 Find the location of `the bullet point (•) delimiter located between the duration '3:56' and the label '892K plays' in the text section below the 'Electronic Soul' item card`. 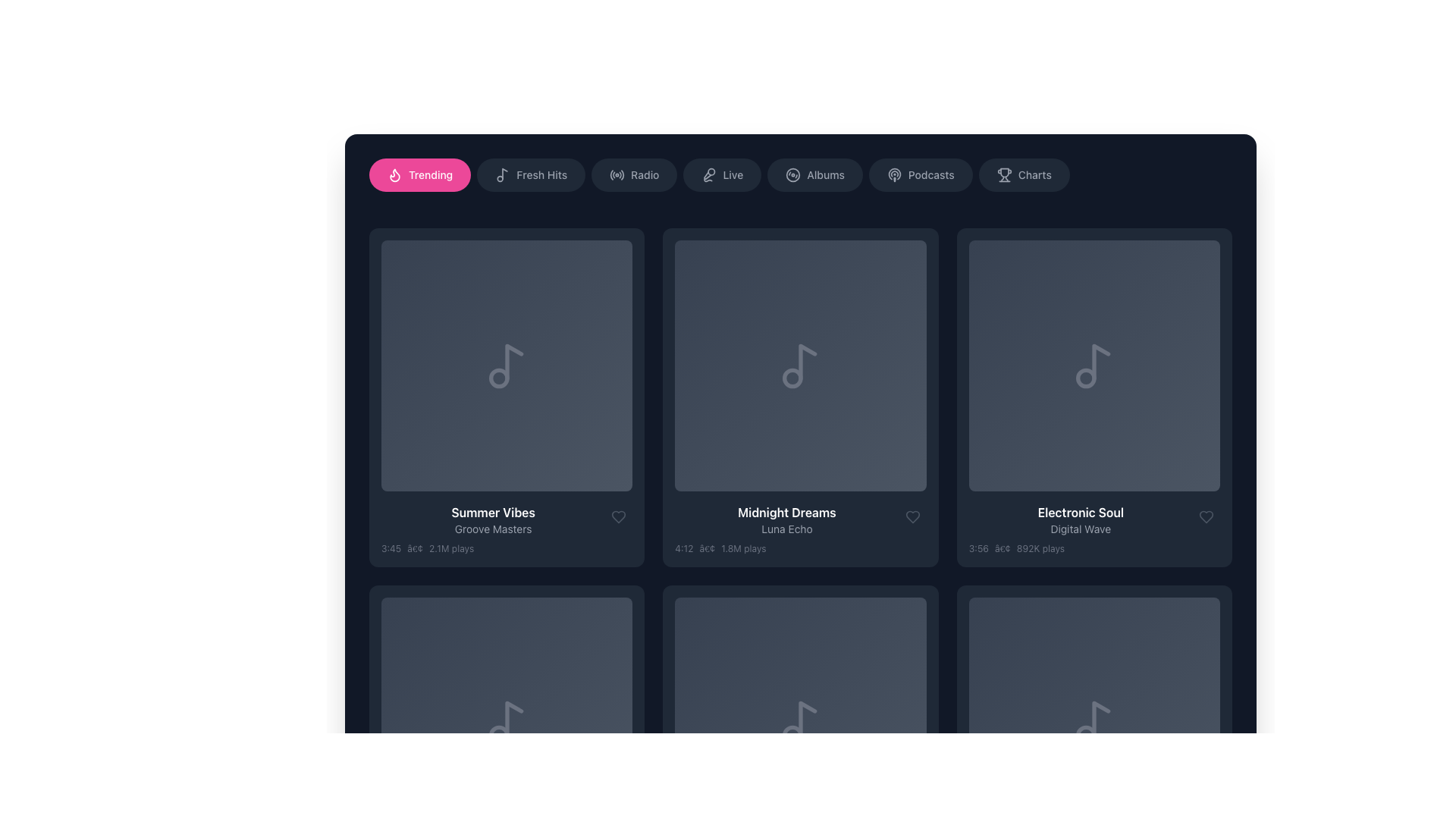

the bullet point (•) delimiter located between the duration '3:56' and the label '892K plays' in the text section below the 'Electronic Soul' item card is located at coordinates (1003, 549).